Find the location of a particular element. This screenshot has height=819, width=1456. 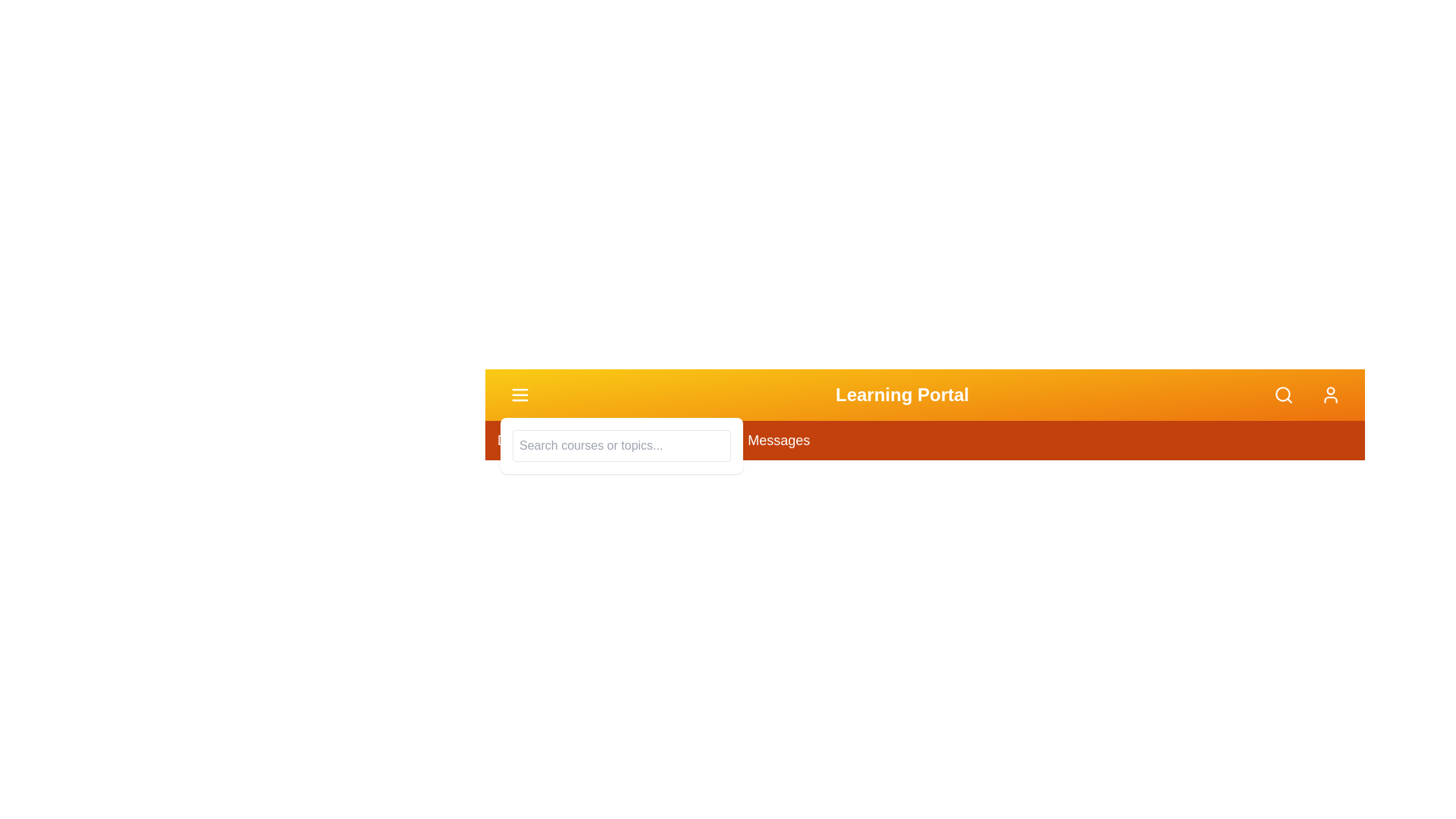

the user profile button located at the top-right corner of the app bar is located at coordinates (1330, 394).